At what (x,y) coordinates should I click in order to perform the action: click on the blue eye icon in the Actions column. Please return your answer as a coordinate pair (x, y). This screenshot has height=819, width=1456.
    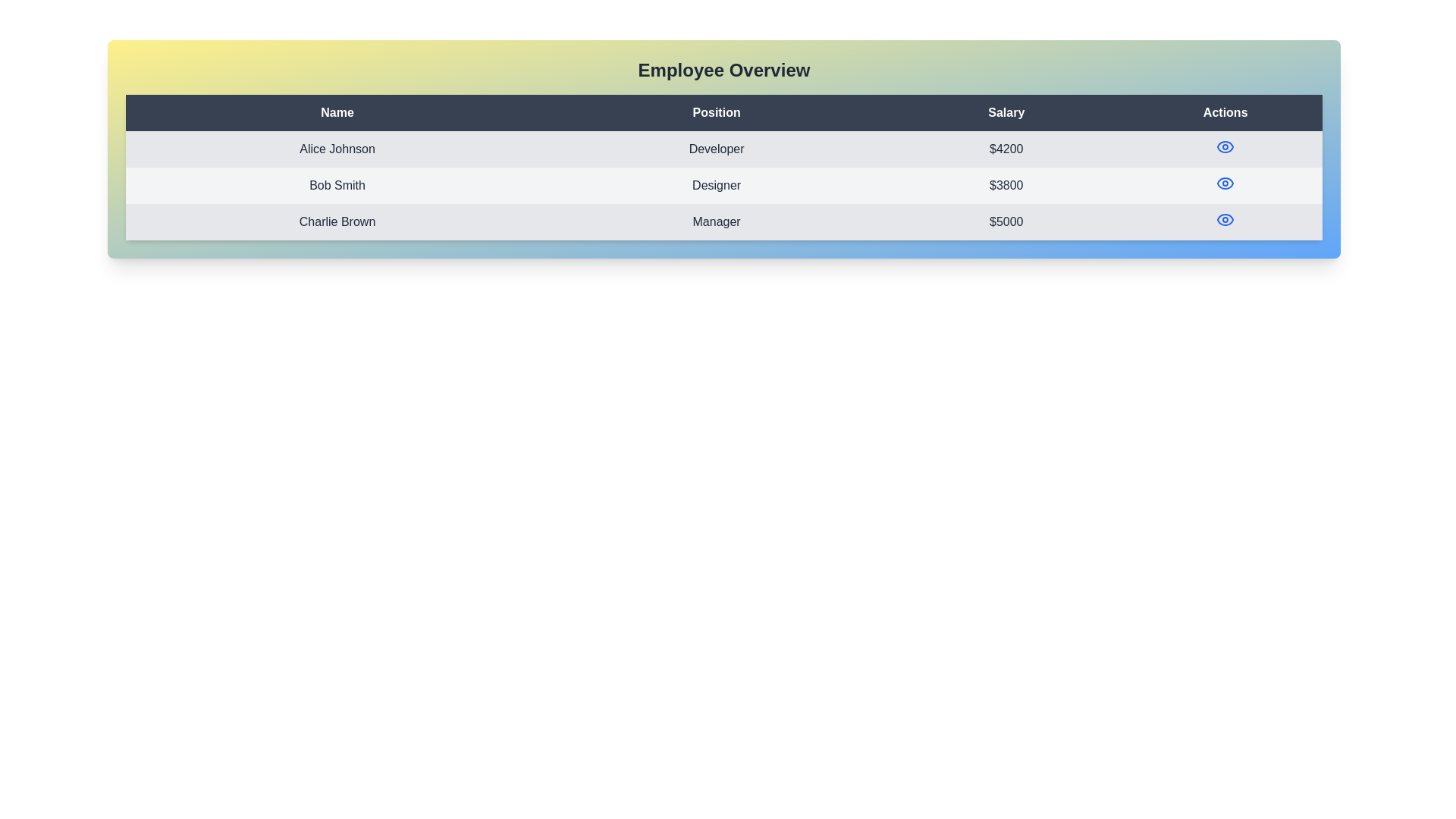
    Looking at the image, I should click on (1225, 222).